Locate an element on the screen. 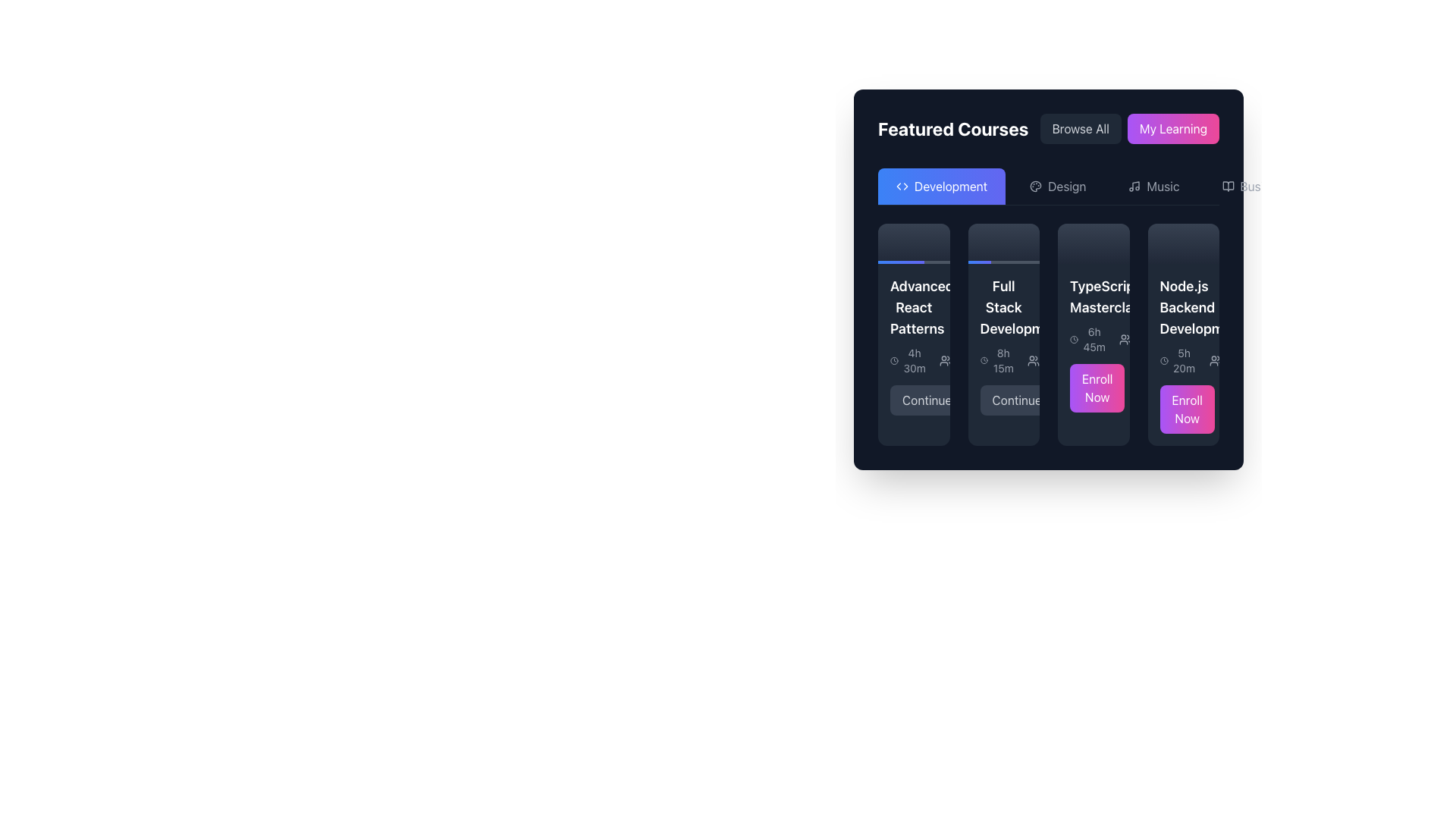  the leftmost 'Continue' button under the 'Advanced React Patterns' course card in the 'Featured Courses' section is located at coordinates (926, 400).